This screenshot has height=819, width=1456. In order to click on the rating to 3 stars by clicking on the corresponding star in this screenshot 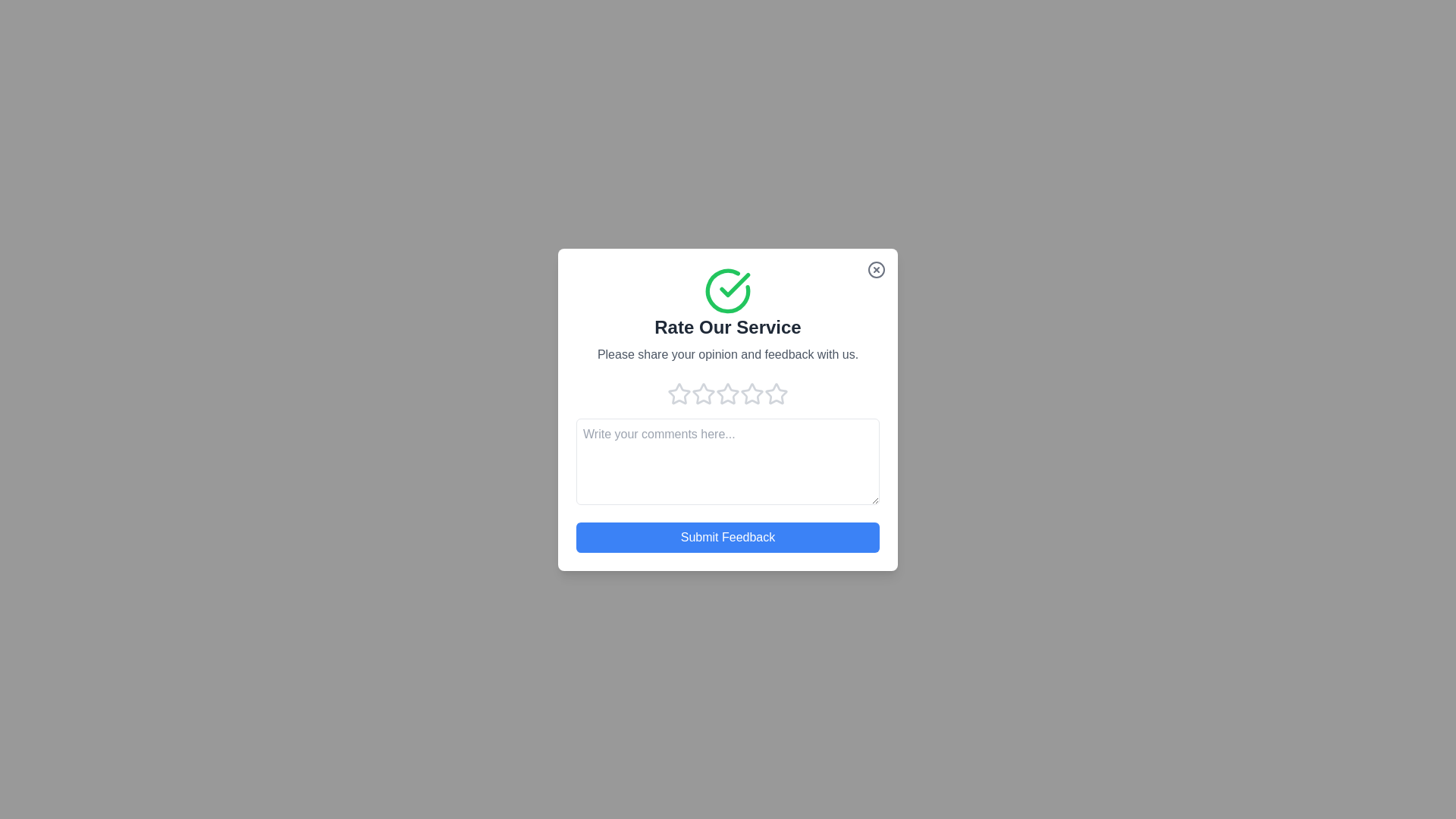, I will do `click(728, 393)`.